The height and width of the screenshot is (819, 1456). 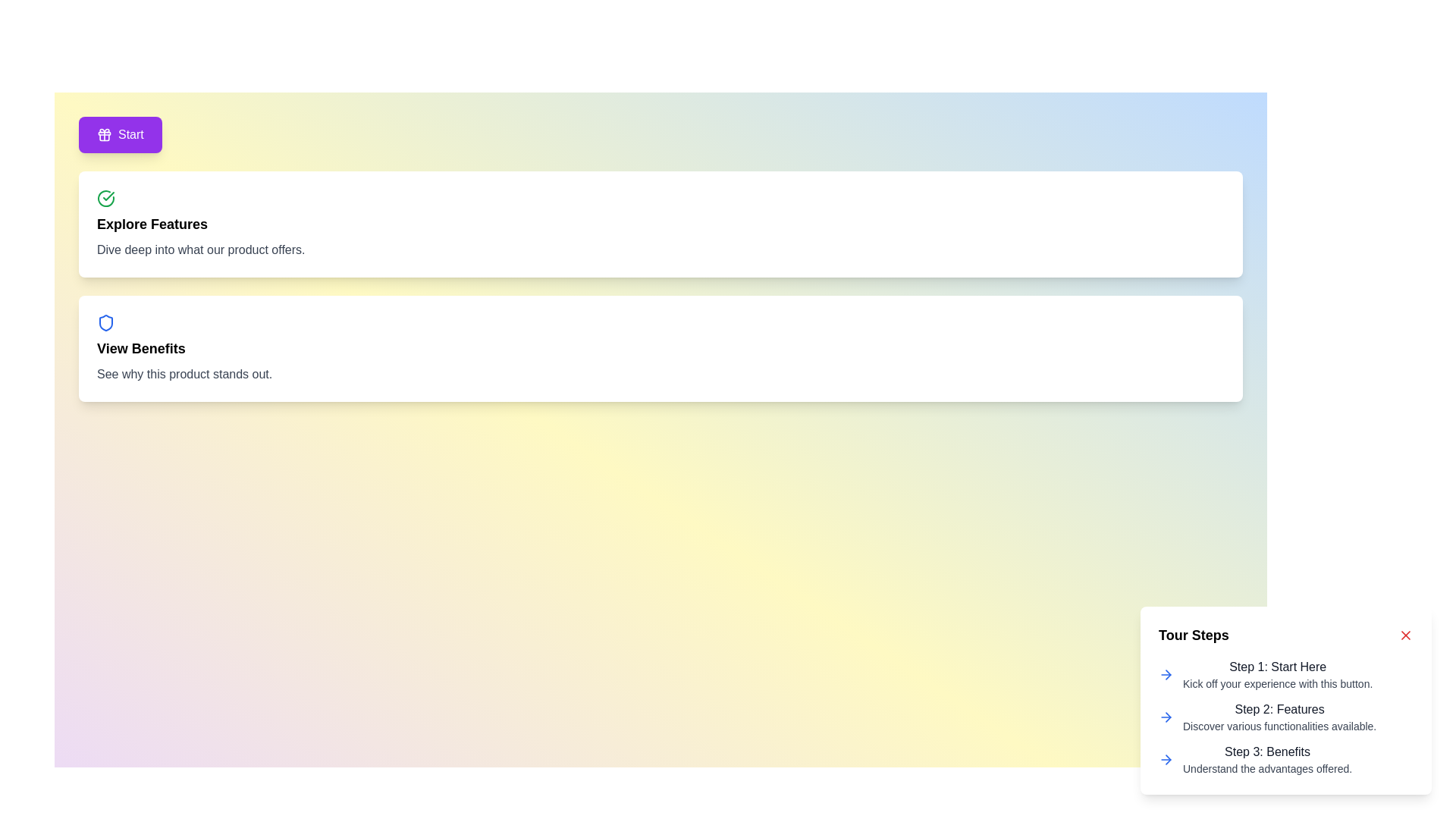 What do you see at coordinates (105, 322) in the screenshot?
I see `the decorative icon representing protection or benefits associated with the 'View Benefits' section, located at the top-left of the card` at bounding box center [105, 322].